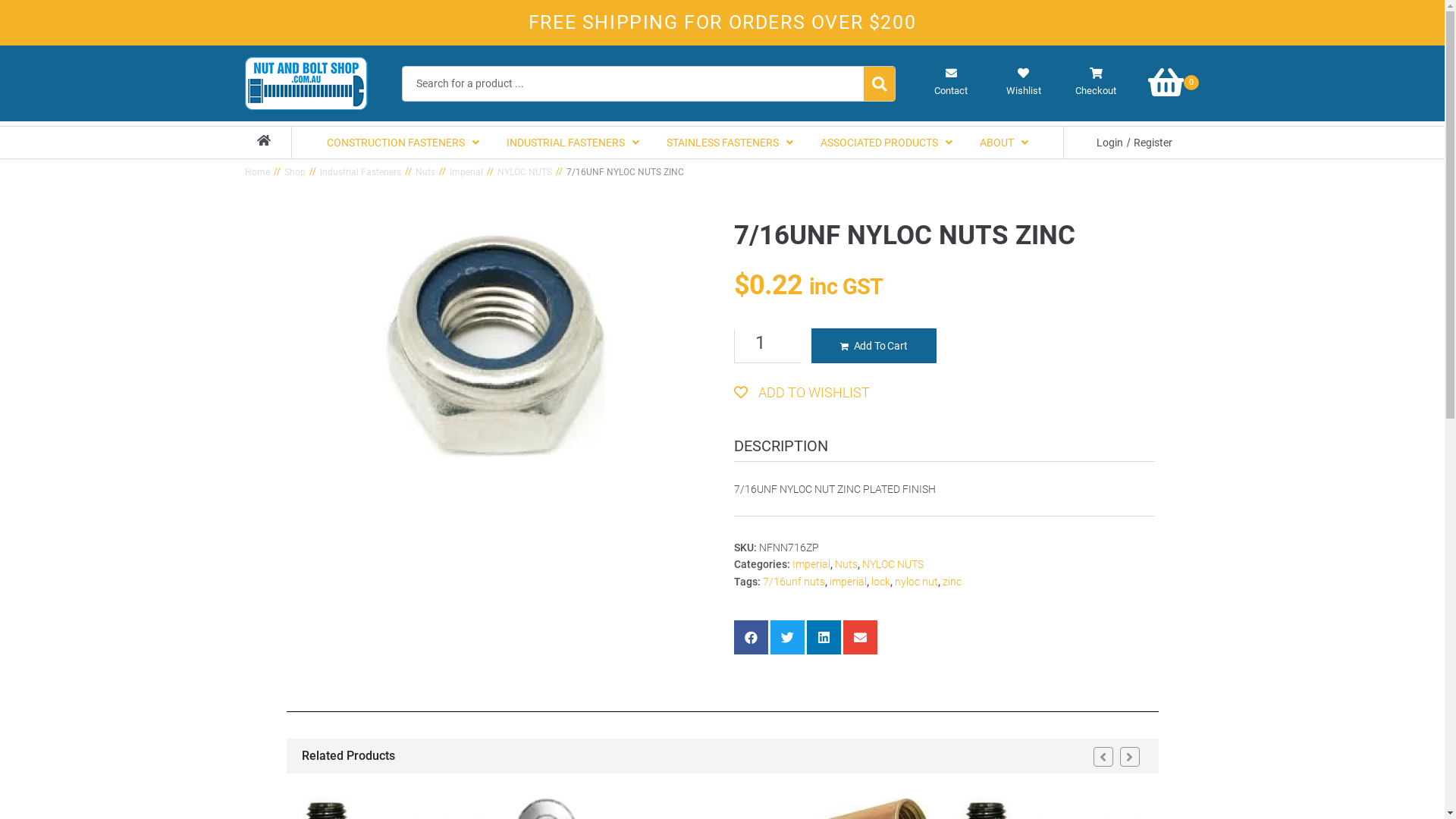 Image resolution: width=1456 pixels, height=819 pixels. What do you see at coordinates (844, 564) in the screenshot?
I see `'Nuts'` at bounding box center [844, 564].